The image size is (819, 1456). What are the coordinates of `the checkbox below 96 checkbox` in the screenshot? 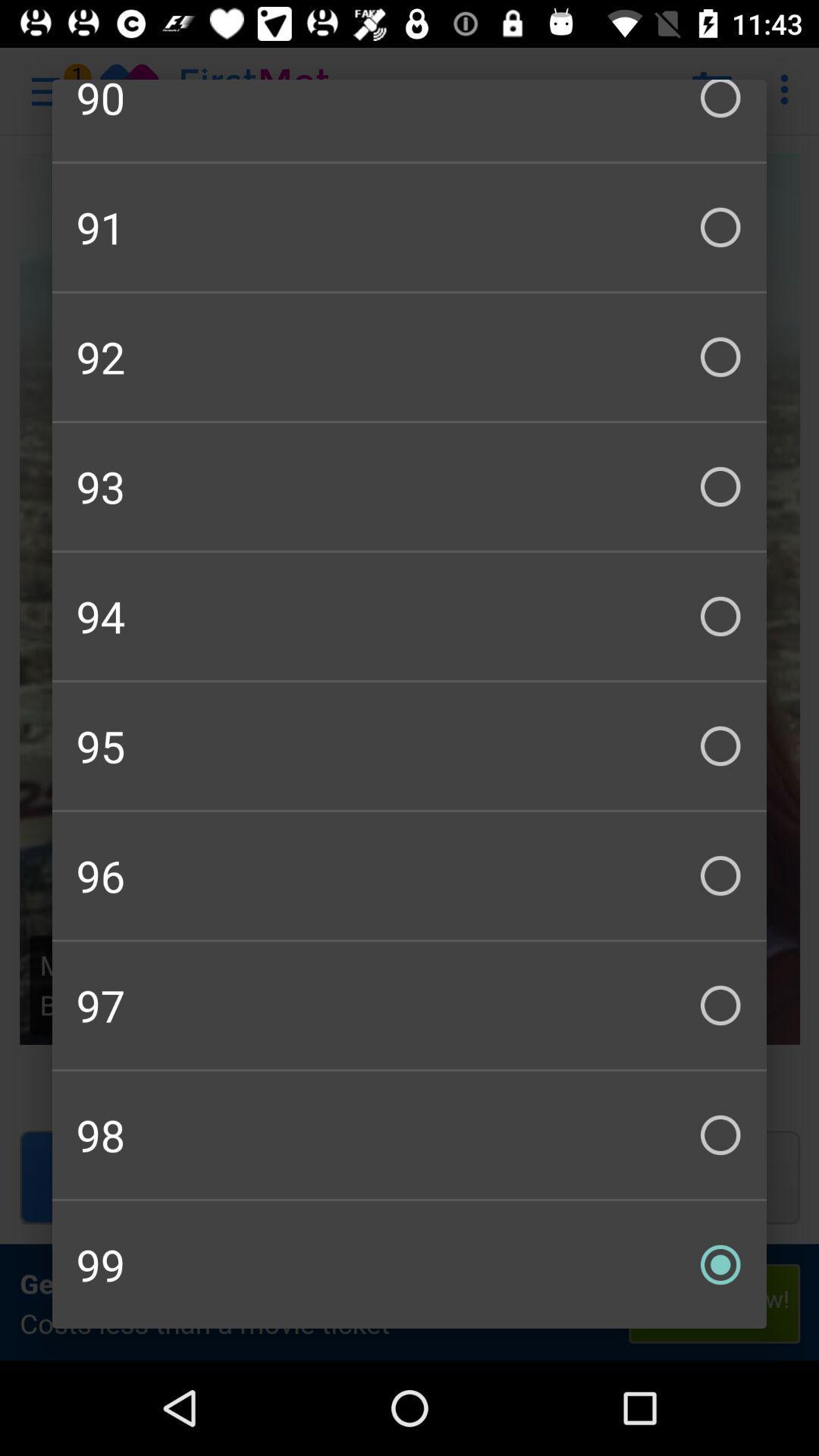 It's located at (409, 1005).